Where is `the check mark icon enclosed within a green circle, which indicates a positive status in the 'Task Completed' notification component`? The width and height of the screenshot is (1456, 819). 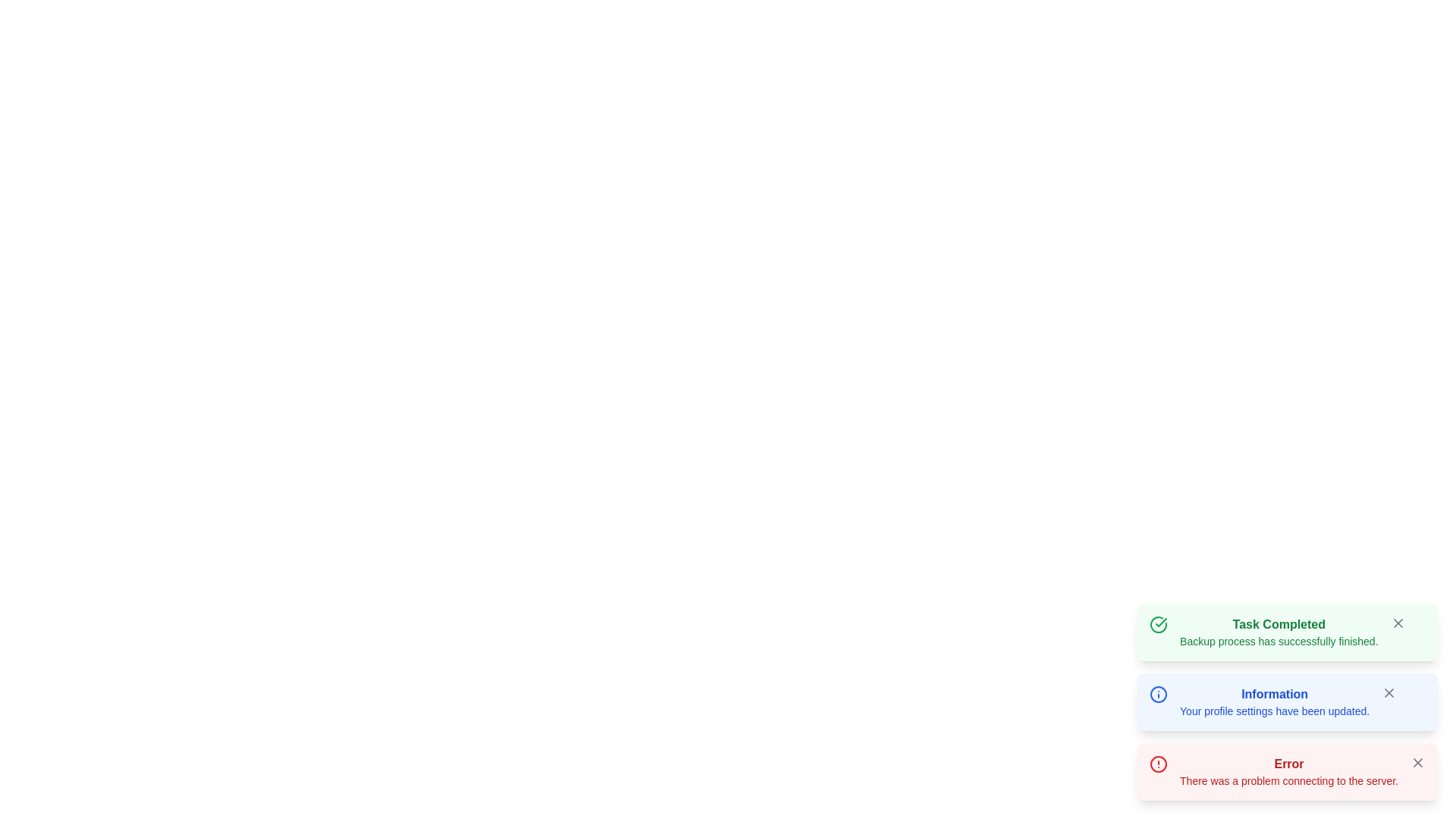
the check mark icon enclosed within a green circle, which indicates a positive status in the 'Task Completed' notification component is located at coordinates (1160, 623).